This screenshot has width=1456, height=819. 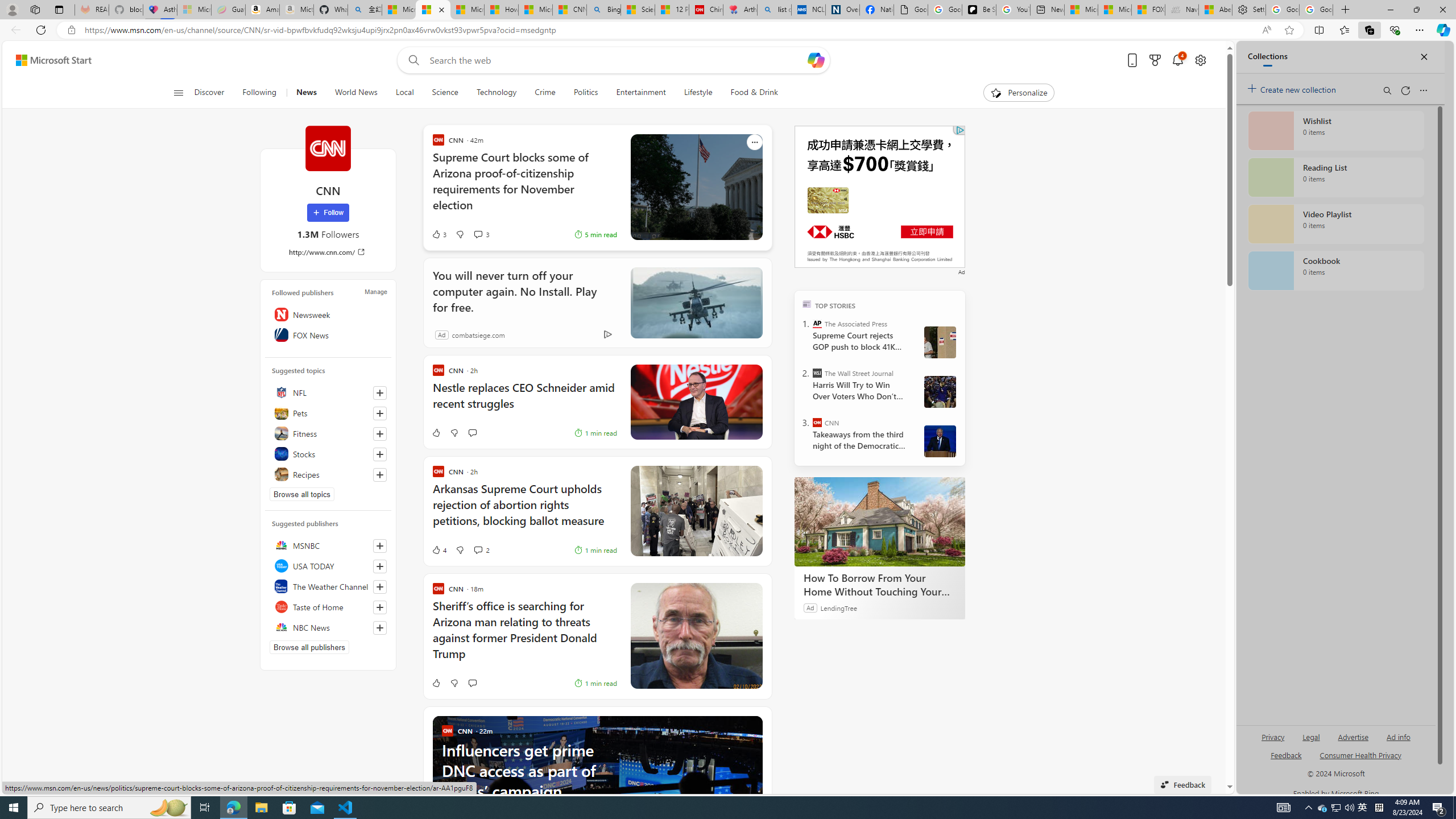 What do you see at coordinates (978, 9) in the screenshot?
I see `'Be Smart | creating Science videos | Patreon'` at bounding box center [978, 9].